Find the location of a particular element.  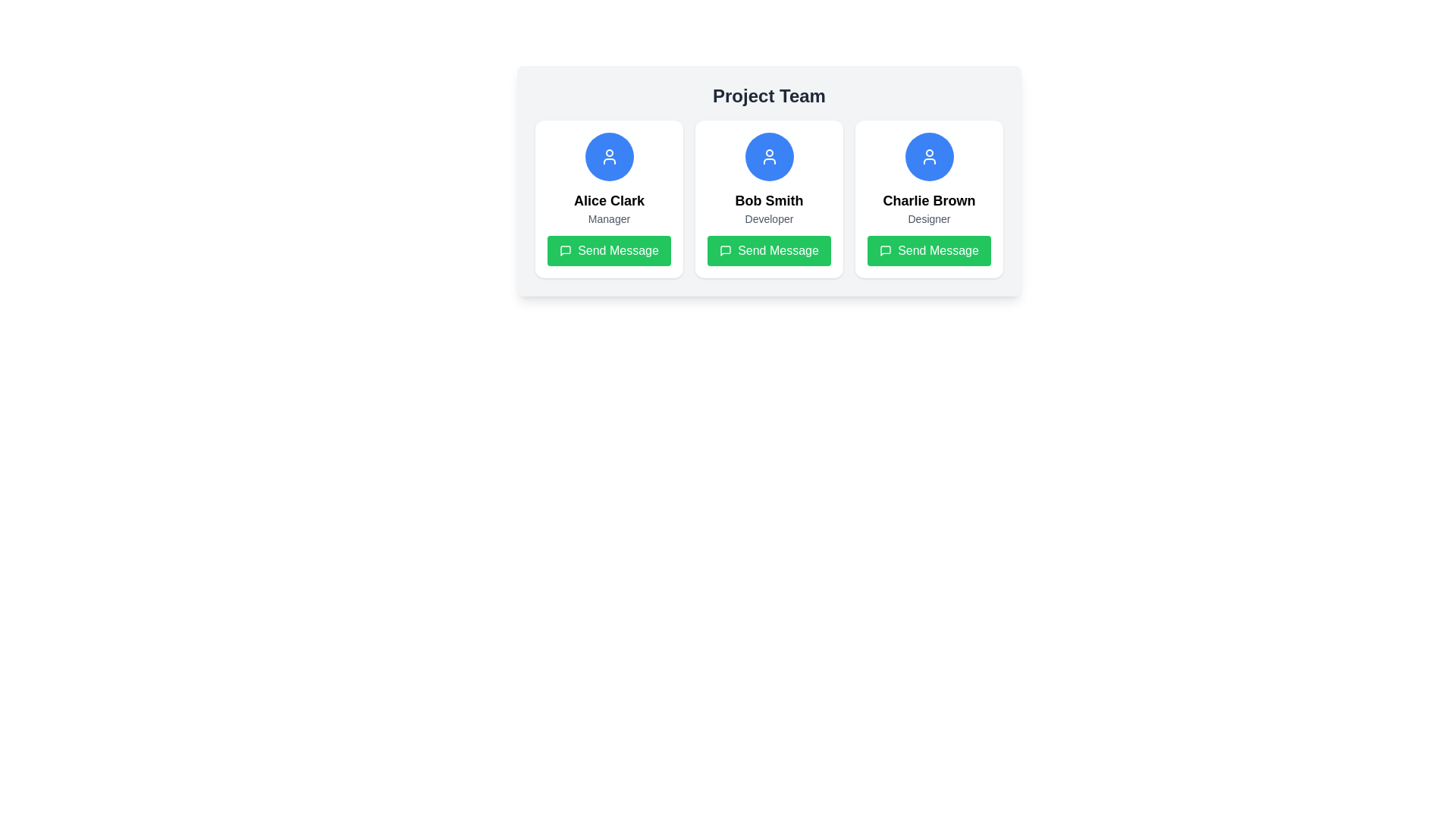

the Text Label that displays a person's name and role, located in the center column of a three-column layout, positioned below a user icon and above a green 'Send Message' button is located at coordinates (769, 208).